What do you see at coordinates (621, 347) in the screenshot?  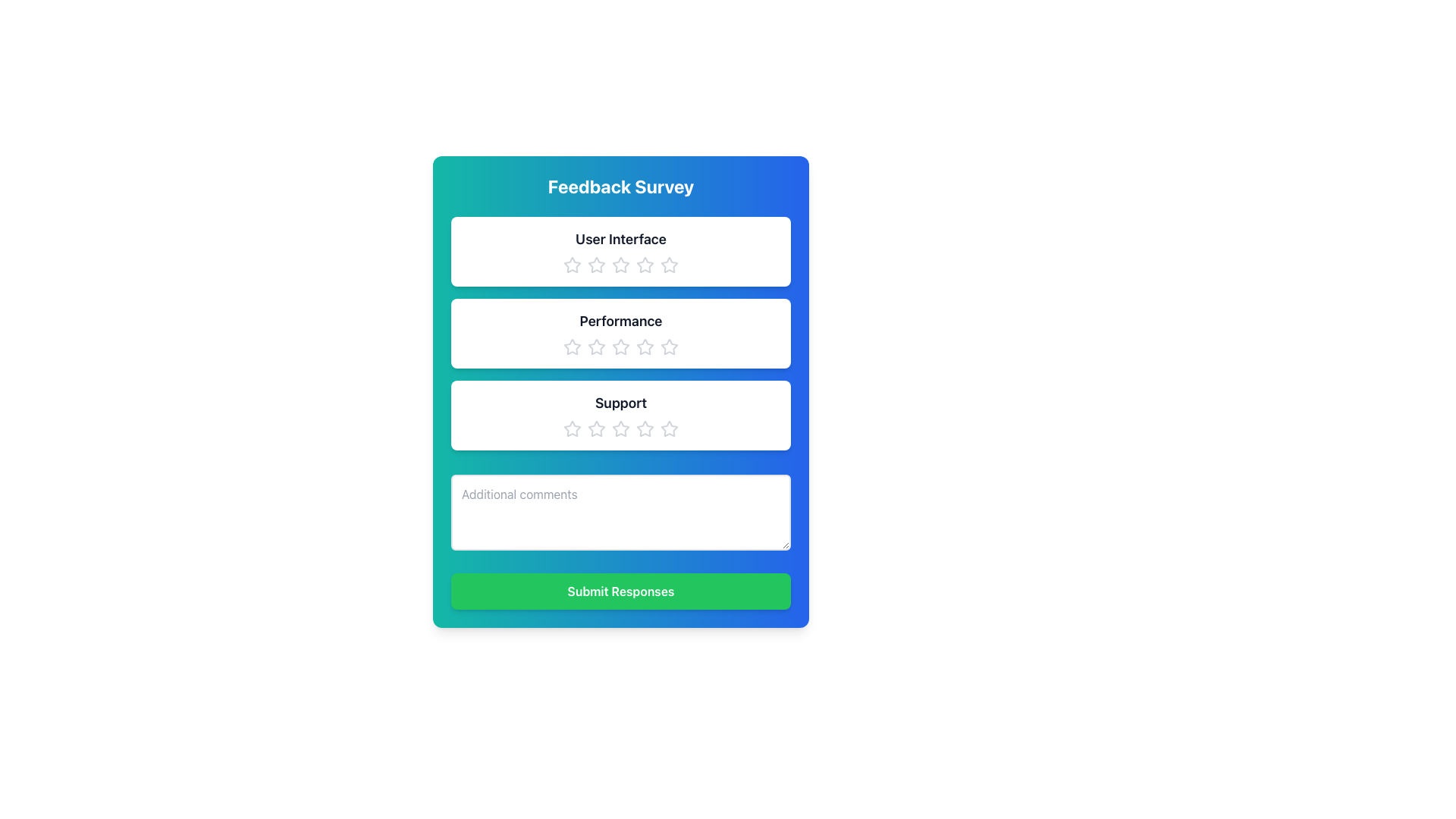 I see `the interactive star icon in the rating component located under the 'Performance' heading to provide a rating` at bounding box center [621, 347].